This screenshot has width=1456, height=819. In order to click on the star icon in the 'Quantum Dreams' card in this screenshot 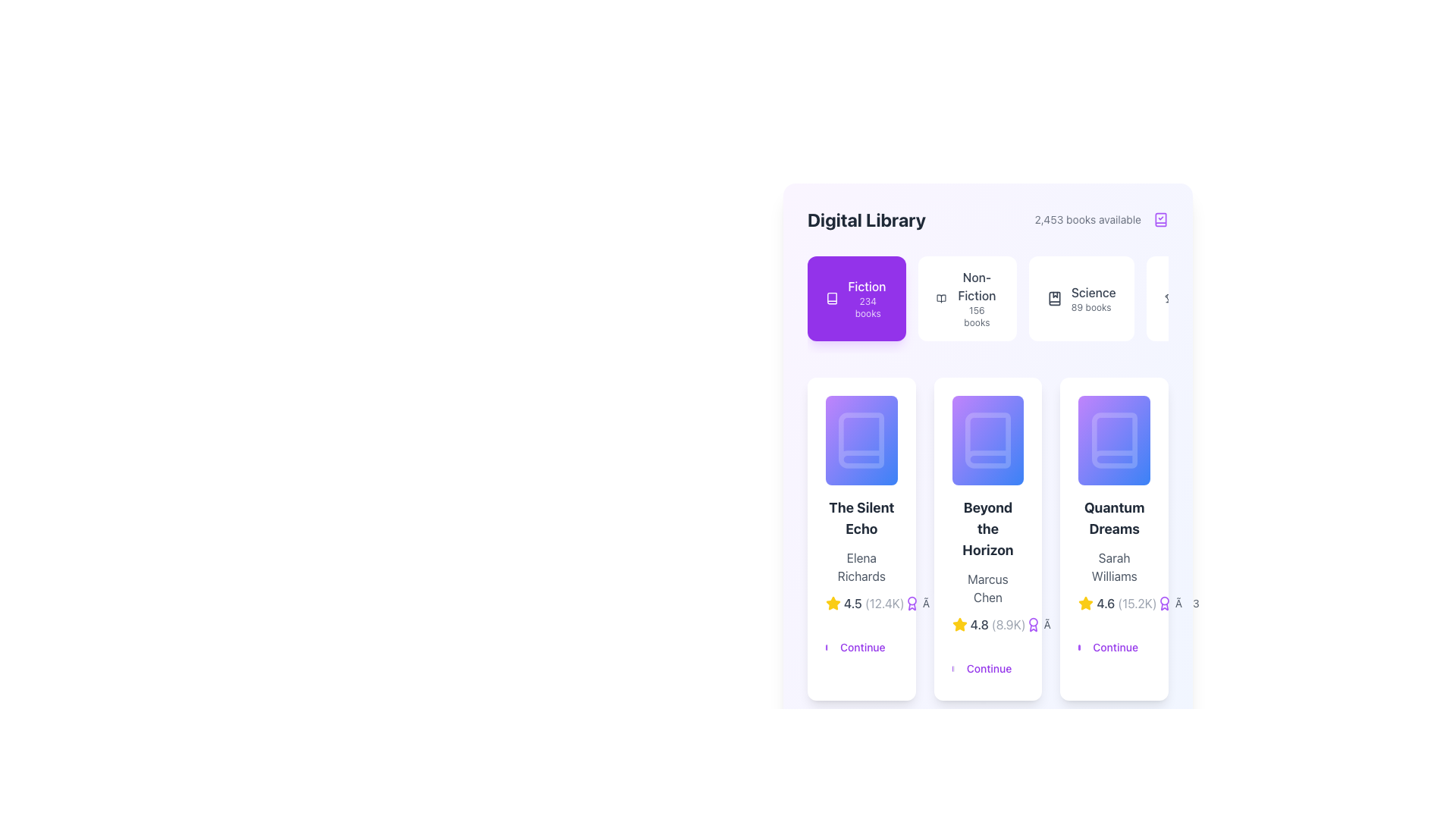, I will do `click(1114, 538)`.